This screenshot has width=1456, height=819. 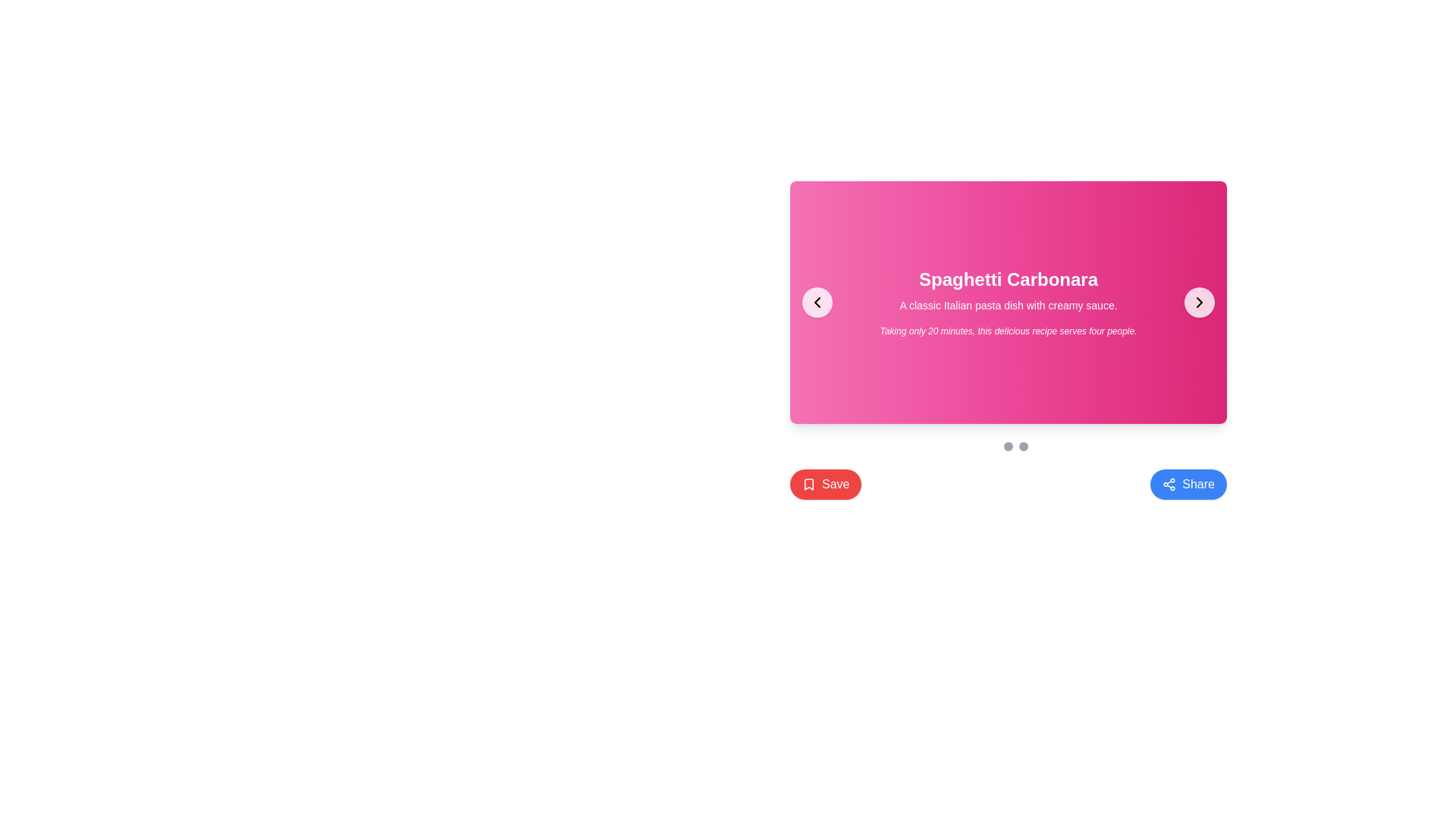 What do you see at coordinates (1008, 305) in the screenshot?
I see `text block displaying the phrase 'A classic Italian pasta dish with creamy sauce.' which is centrally positioned below the title 'Spaghetti Carbonara' and above the description 'Taking only 20 minutes, this delicious recipe serves four people.'` at bounding box center [1008, 305].